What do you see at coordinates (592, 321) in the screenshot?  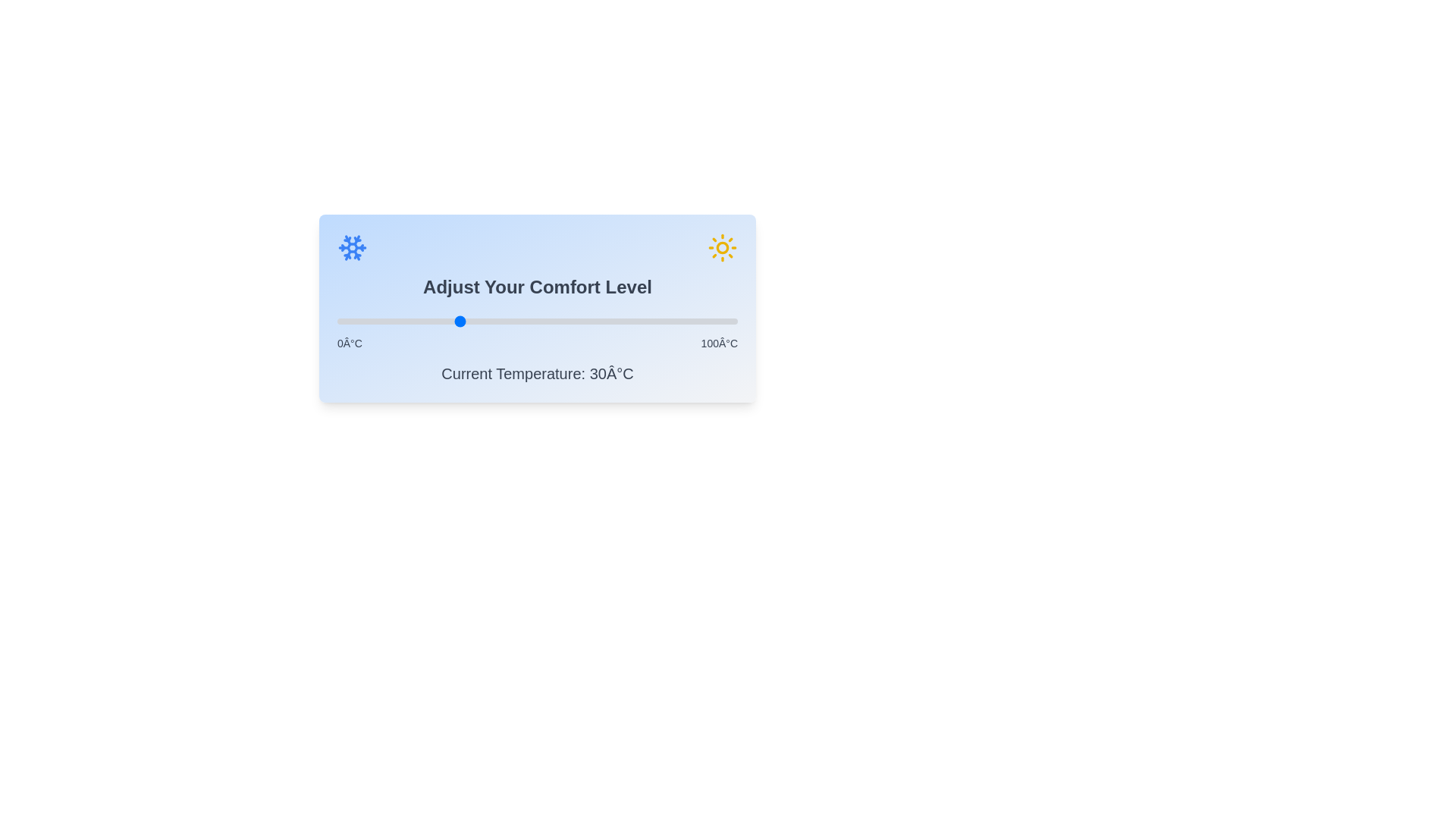 I see `the temperature slider to 64°C` at bounding box center [592, 321].